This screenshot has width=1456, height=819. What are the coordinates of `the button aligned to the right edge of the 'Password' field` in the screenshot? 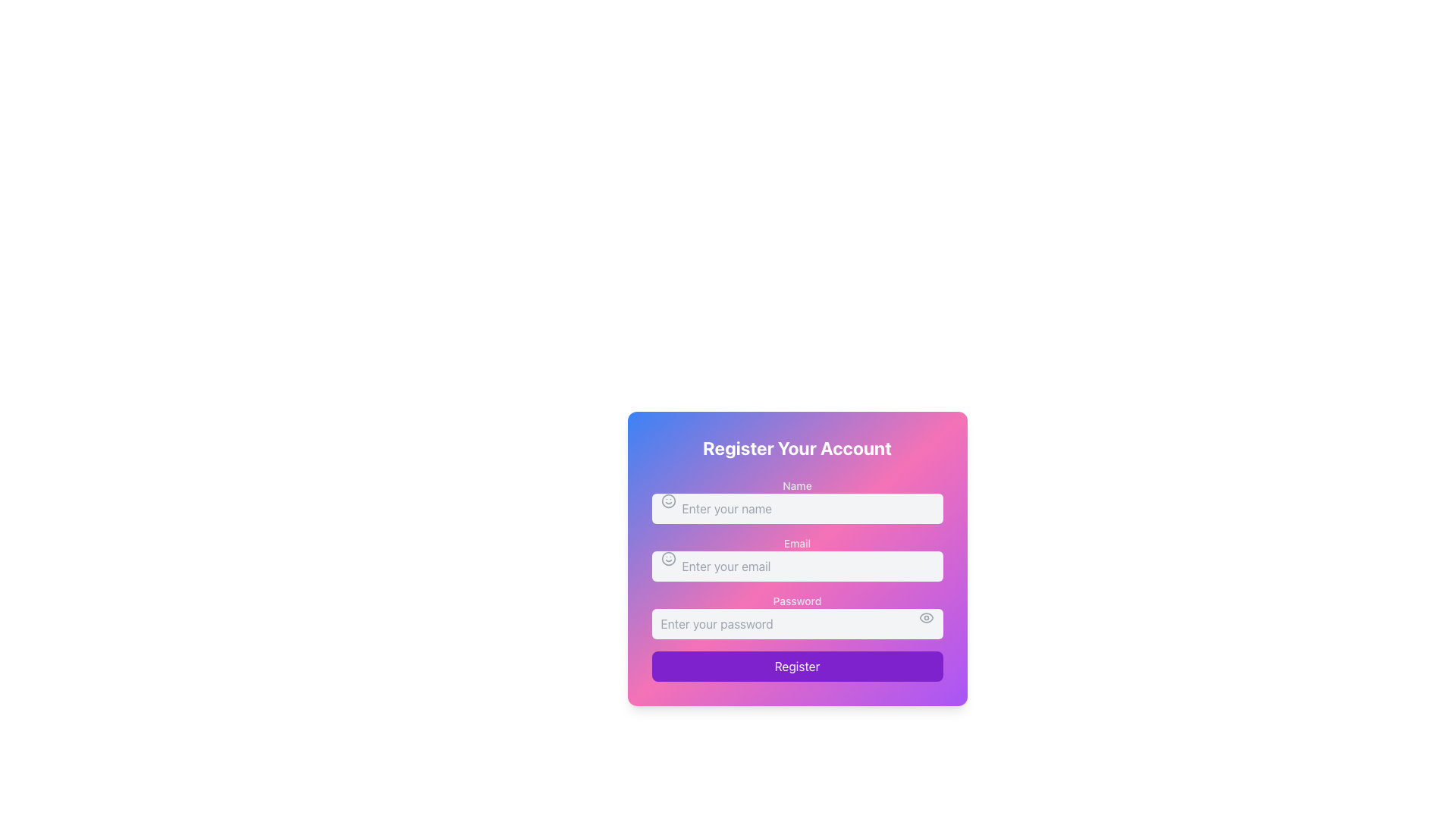 It's located at (925, 617).